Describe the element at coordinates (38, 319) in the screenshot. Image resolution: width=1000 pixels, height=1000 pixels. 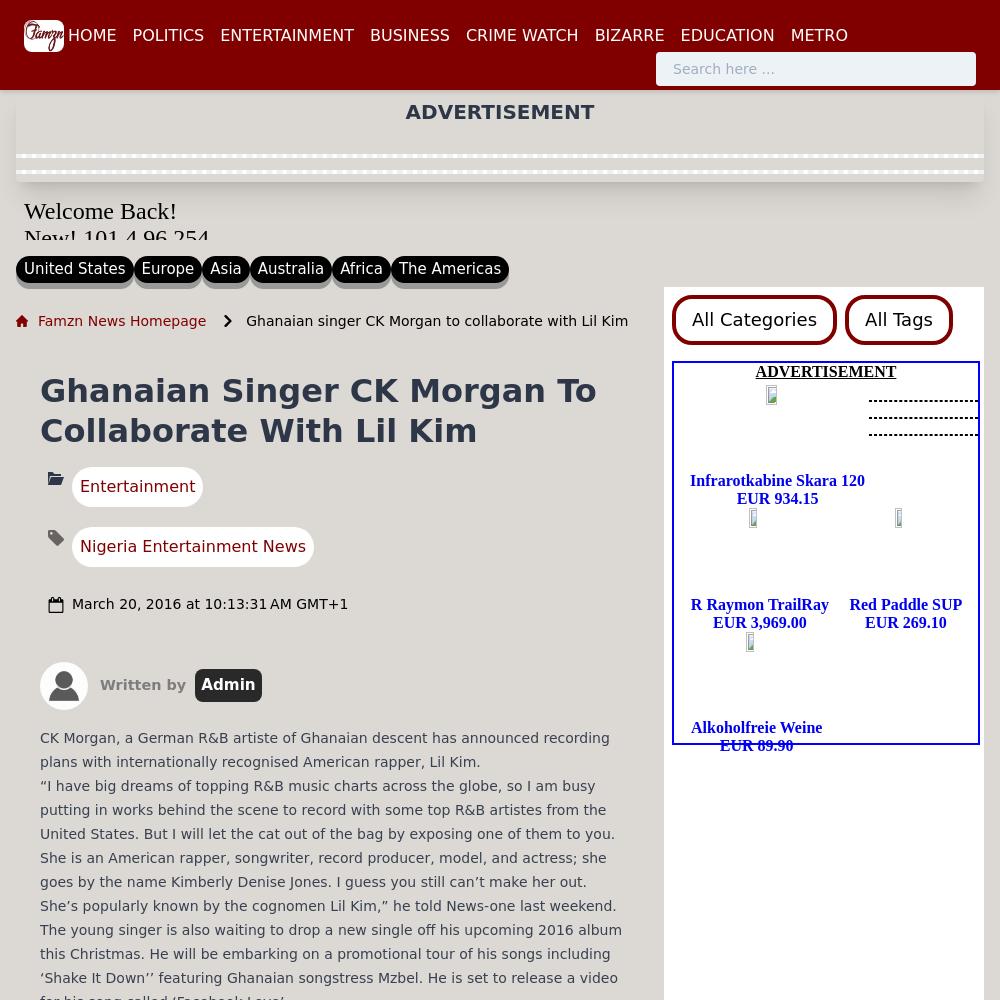
I see `'Famzn News Homepage'` at that location.